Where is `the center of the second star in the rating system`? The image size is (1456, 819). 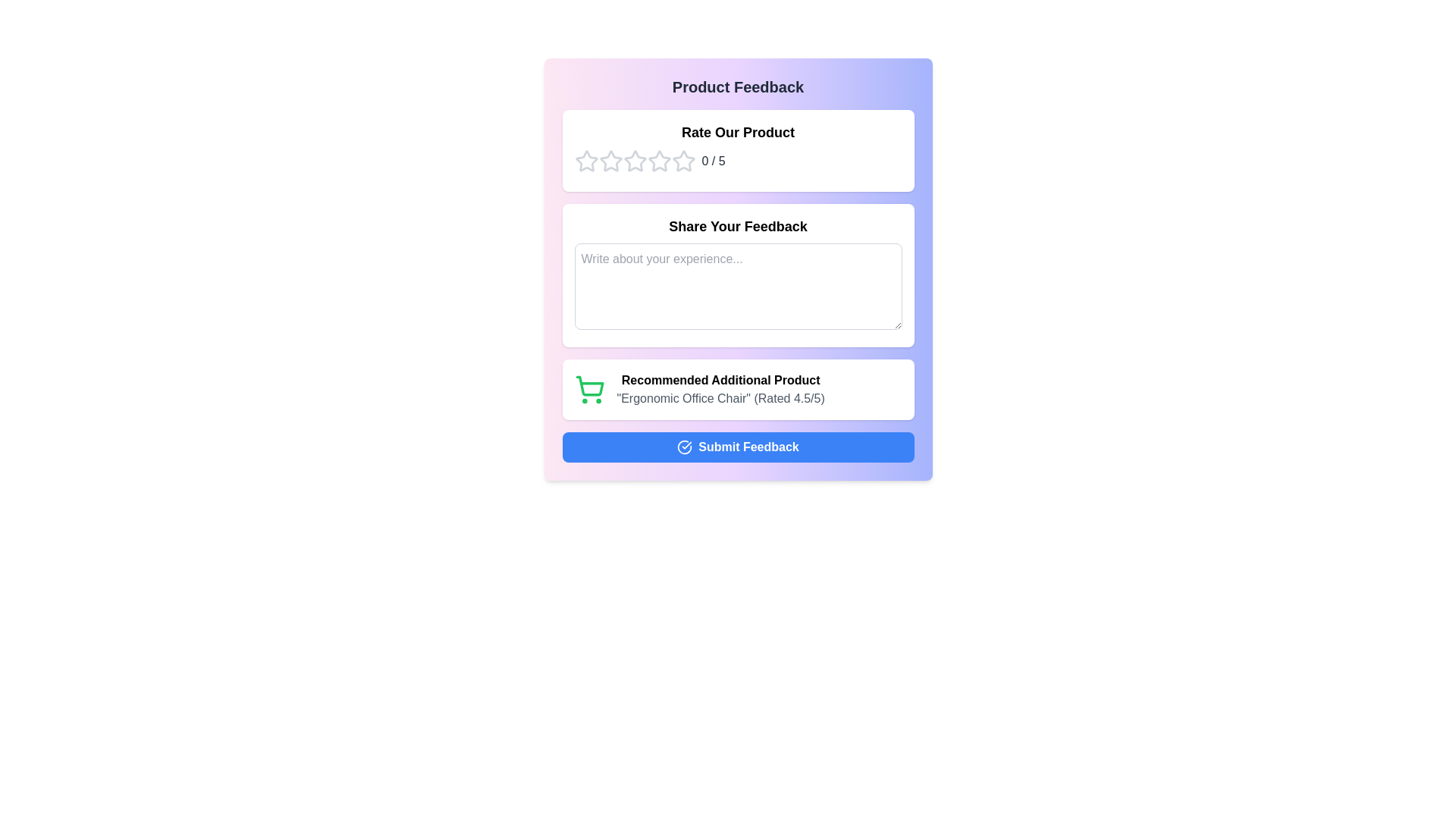
the center of the second star in the rating system is located at coordinates (682, 161).